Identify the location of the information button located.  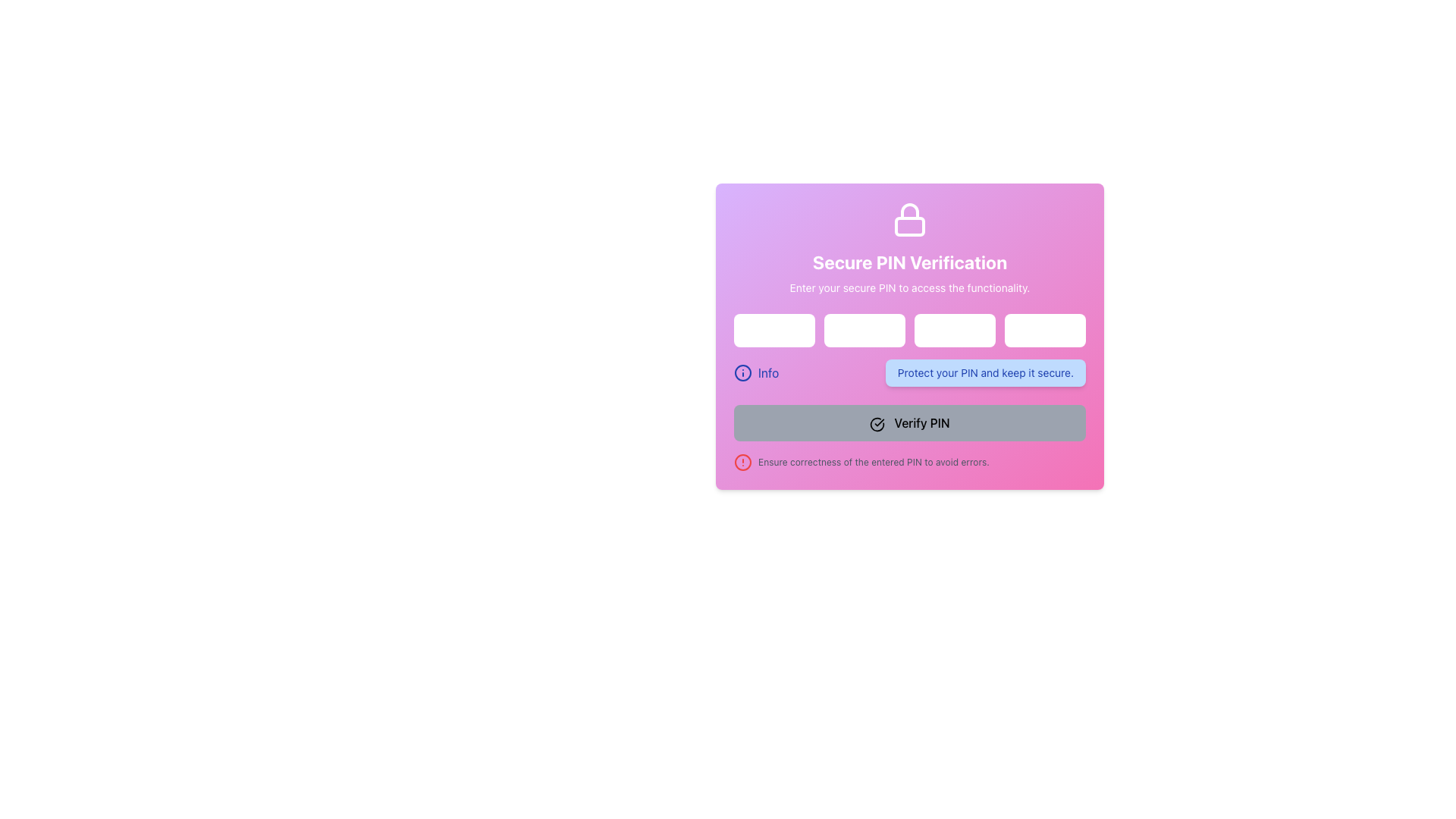
(756, 373).